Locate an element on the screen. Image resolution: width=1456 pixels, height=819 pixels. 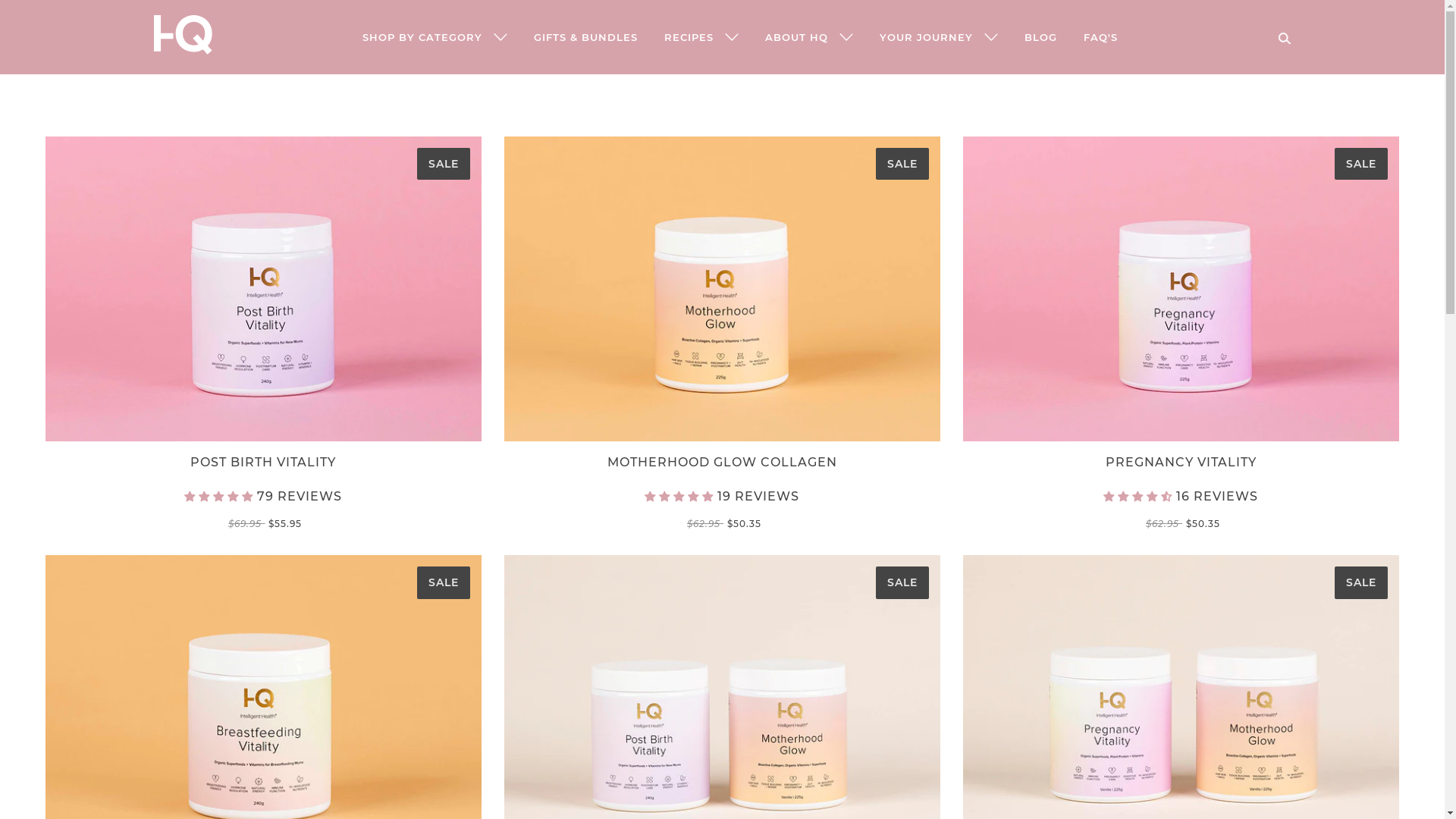
'$62.95 $50.35' is located at coordinates (721, 522).